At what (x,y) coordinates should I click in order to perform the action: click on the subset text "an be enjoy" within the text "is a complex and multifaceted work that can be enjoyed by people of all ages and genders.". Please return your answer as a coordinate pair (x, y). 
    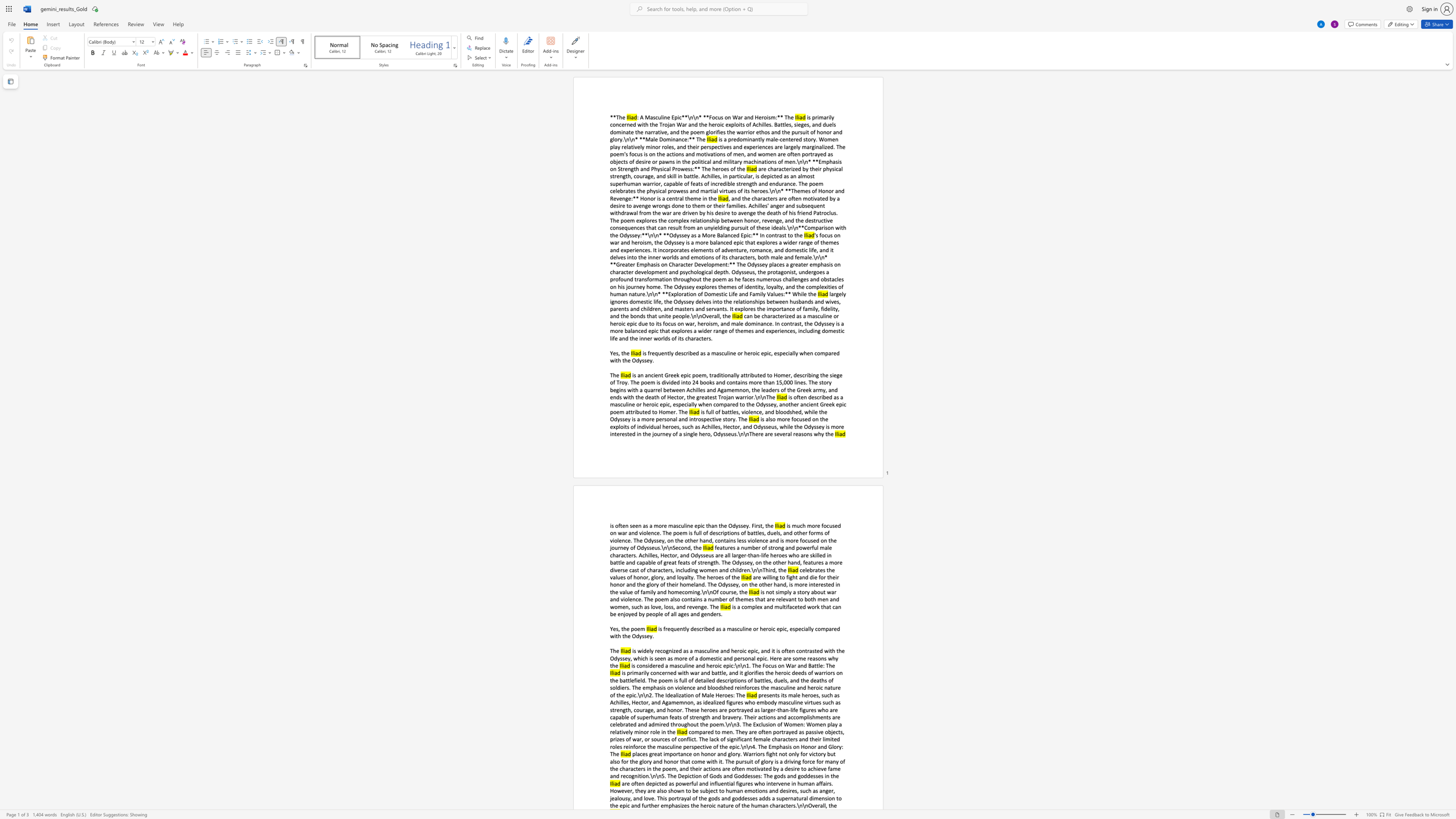
    Looking at the image, I should click on (834, 606).